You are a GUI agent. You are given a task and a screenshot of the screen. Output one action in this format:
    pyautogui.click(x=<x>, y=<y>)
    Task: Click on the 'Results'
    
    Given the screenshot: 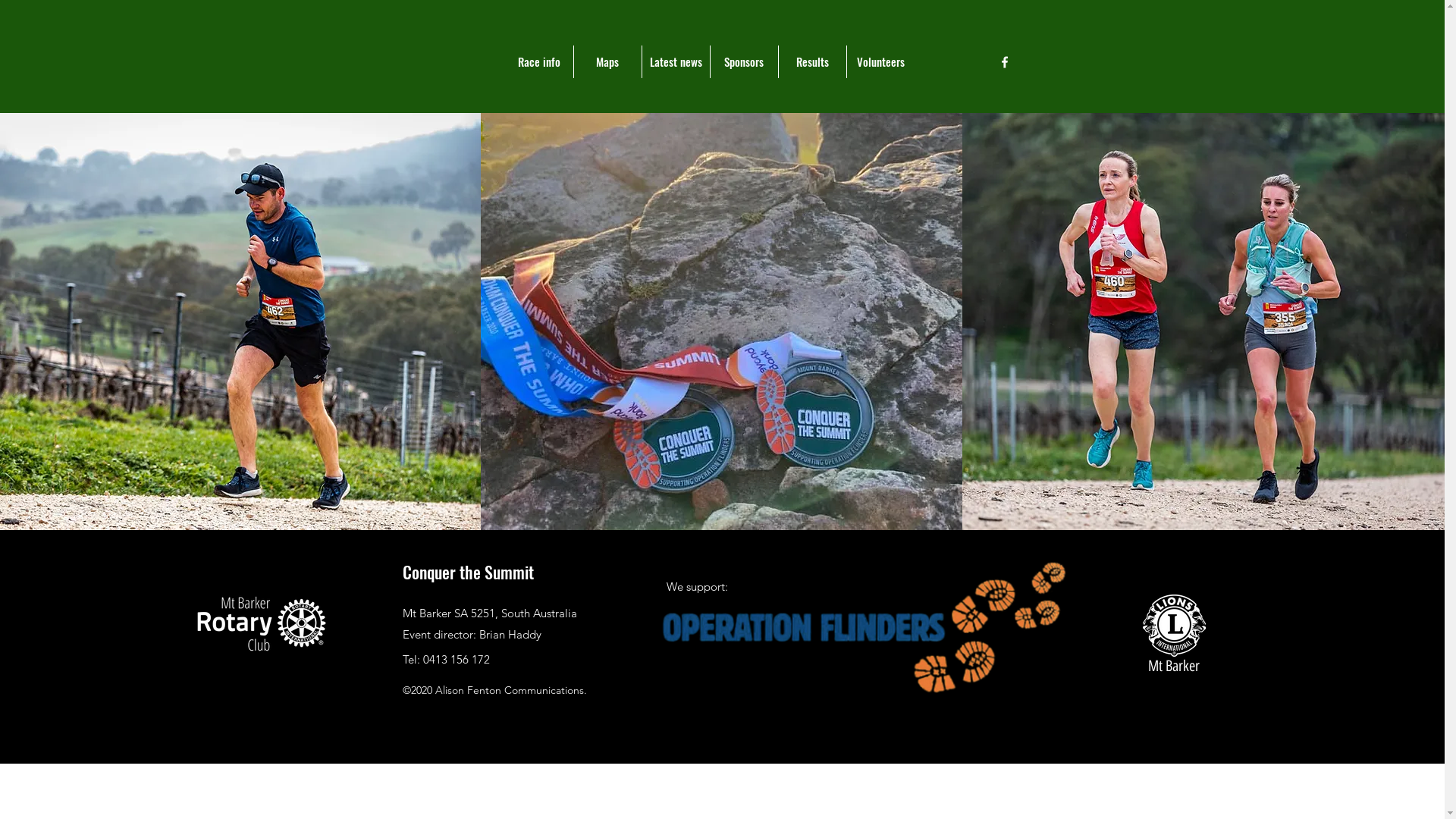 What is the action you would take?
    pyautogui.click(x=811, y=61)
    